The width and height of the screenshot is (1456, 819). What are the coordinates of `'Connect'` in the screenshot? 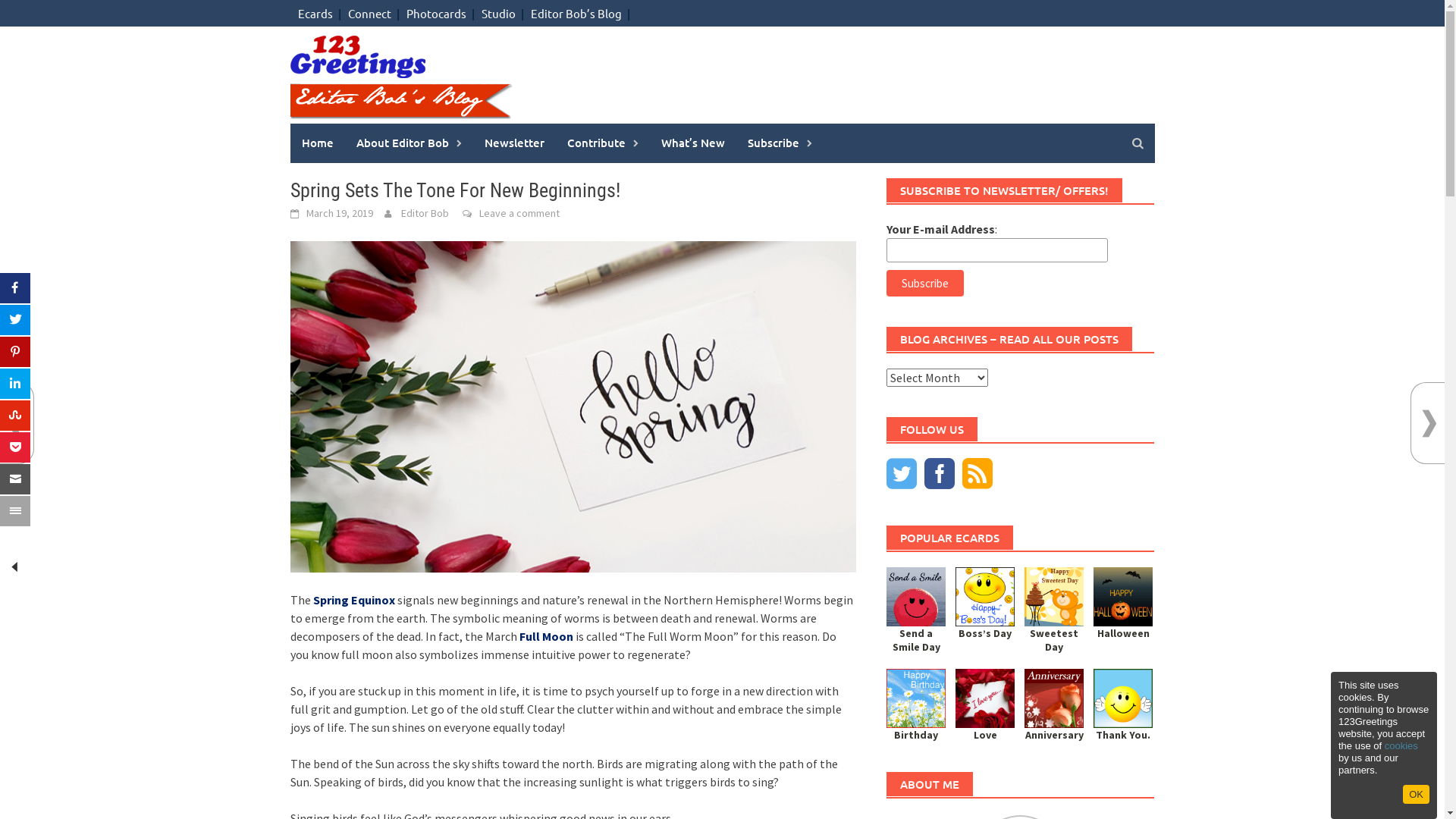 It's located at (369, 13).